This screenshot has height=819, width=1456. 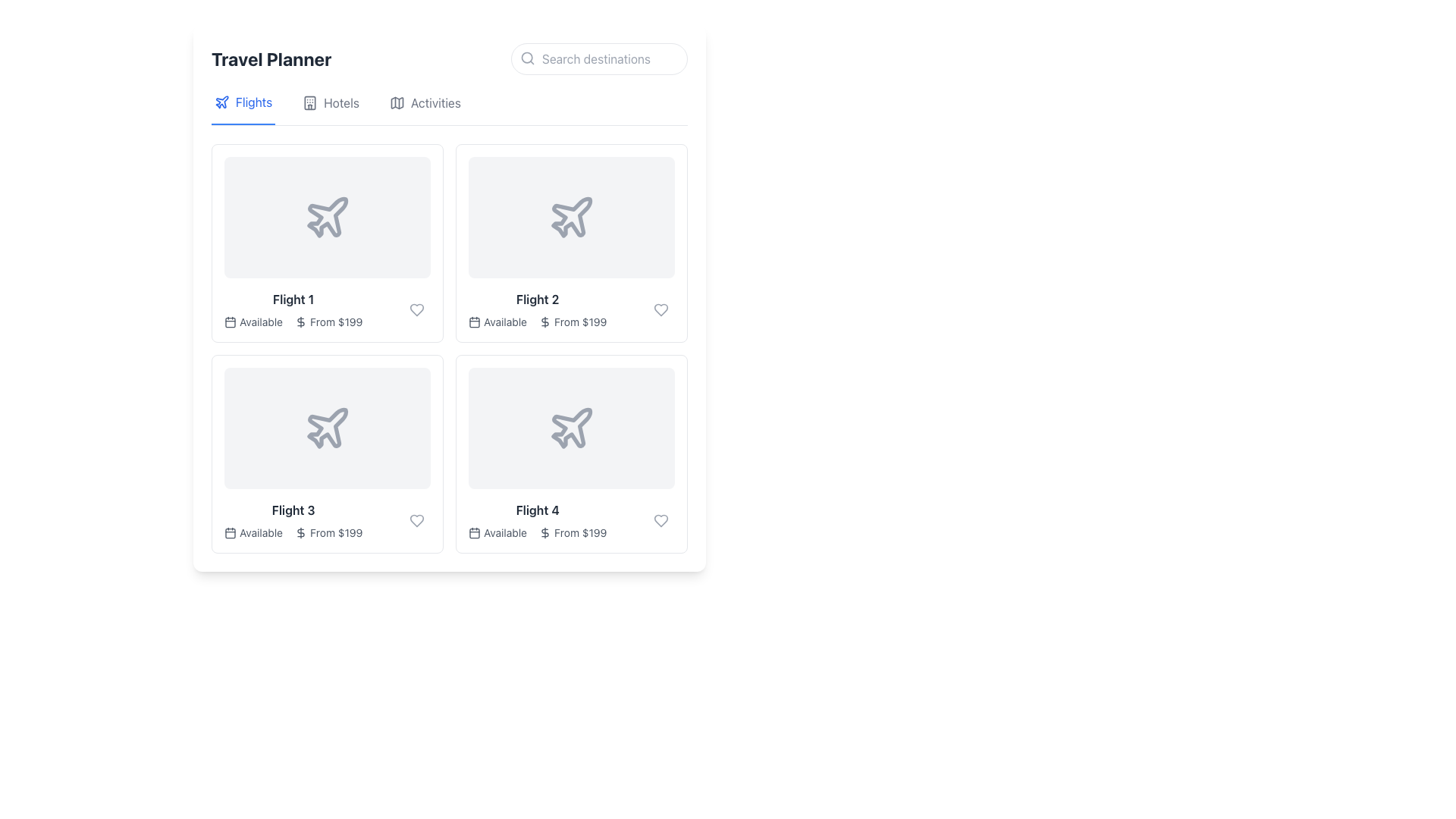 I want to click on the airplane icon representing flight options in the second row and first column of the travel planner's grid layout, so click(x=327, y=428).